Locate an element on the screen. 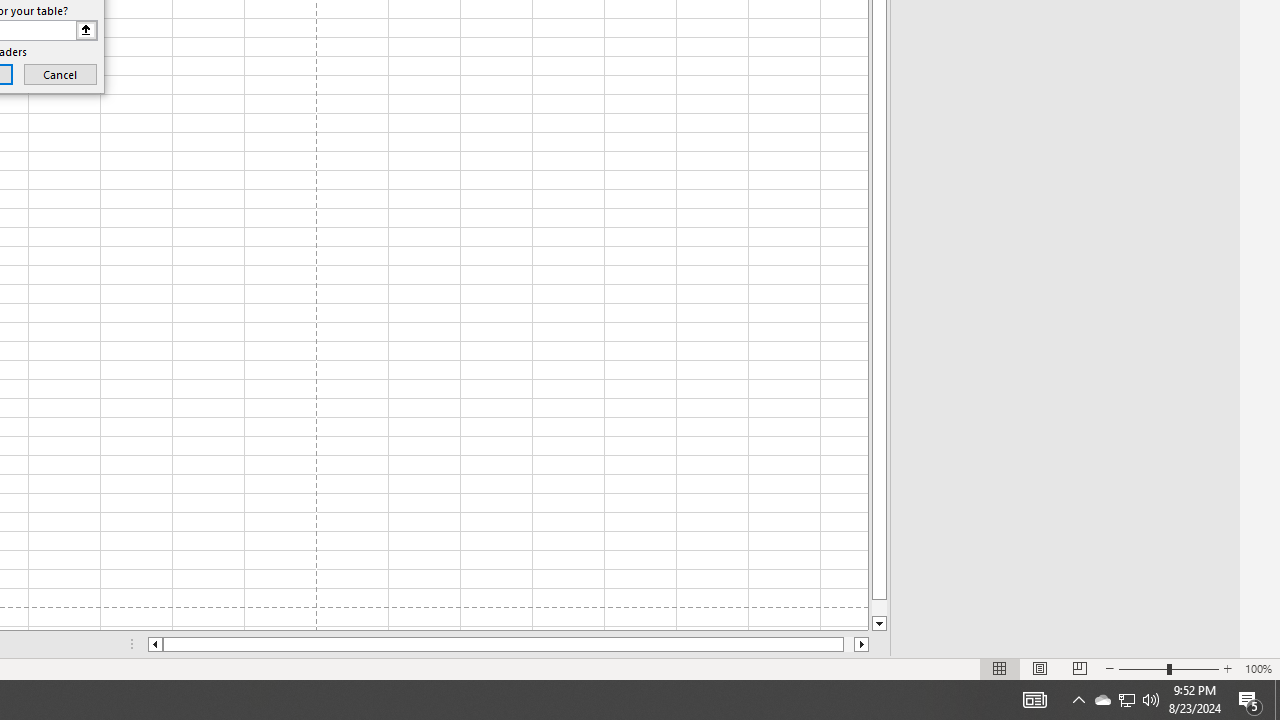  'Normal' is located at coordinates (1000, 669).